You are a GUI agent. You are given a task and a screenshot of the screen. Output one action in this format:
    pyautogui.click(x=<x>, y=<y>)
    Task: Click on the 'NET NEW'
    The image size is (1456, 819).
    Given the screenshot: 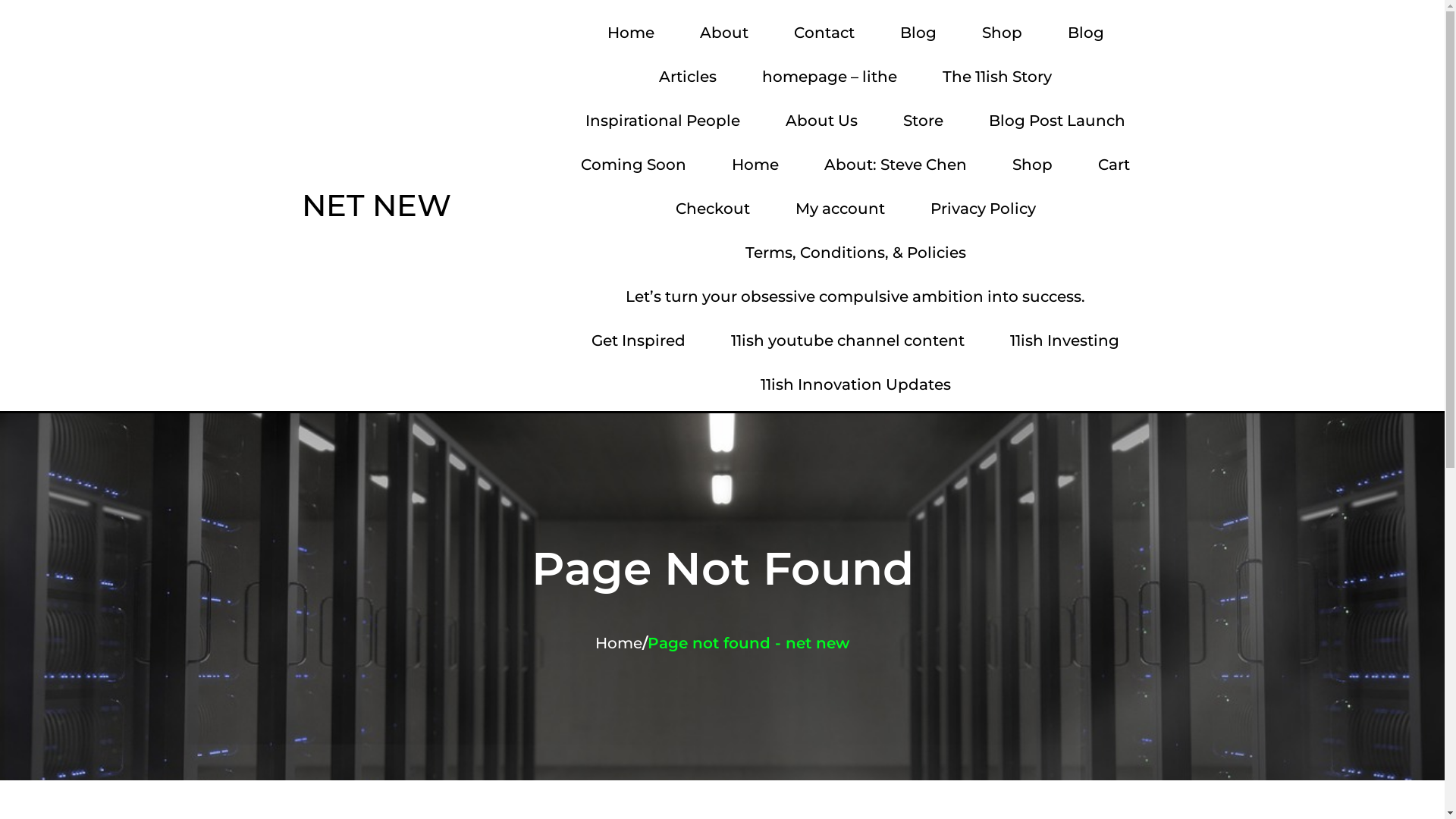 What is the action you would take?
    pyautogui.click(x=287, y=205)
    